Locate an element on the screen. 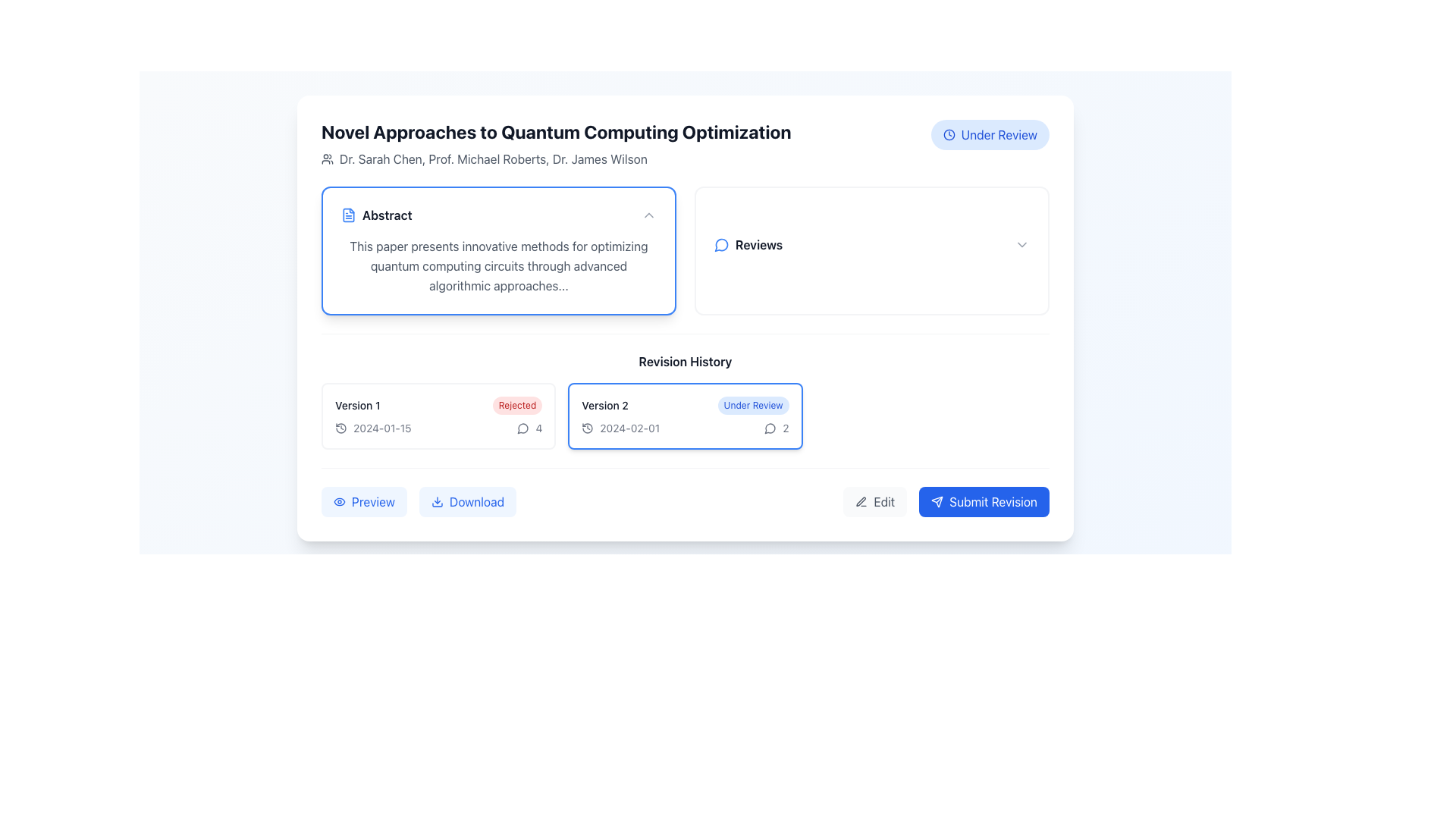 The width and height of the screenshot is (1456, 819). text content of the label displaying 'Dr. Sarah Chen, Prof. Michael Roberts, Dr. James Wilson' located in the top-left section below the title 'Novel Approaches to Quantum Computing Optimization' is located at coordinates (493, 158).